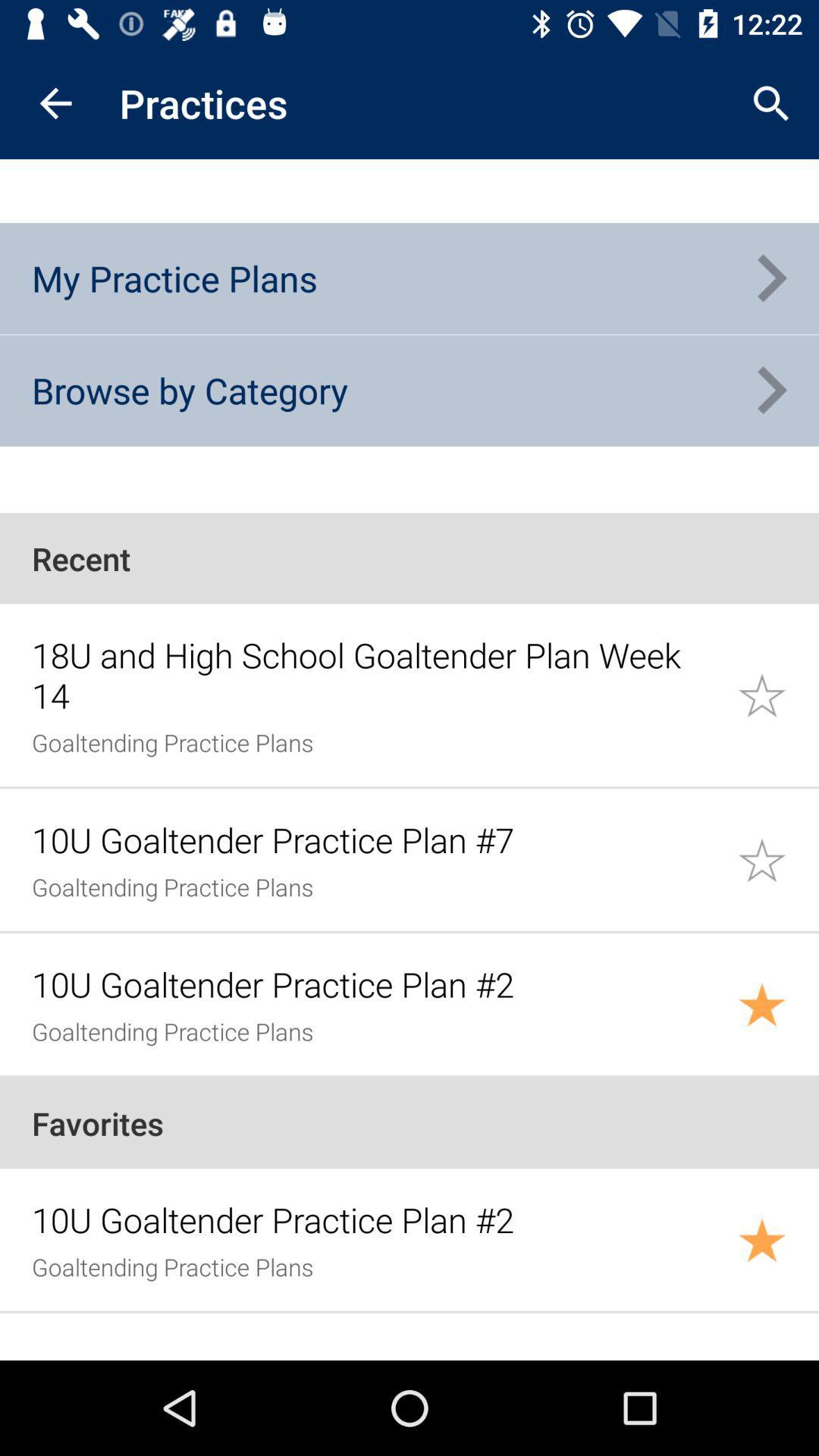  What do you see at coordinates (771, 278) in the screenshot?
I see `icon to the right of my practice plans item` at bounding box center [771, 278].